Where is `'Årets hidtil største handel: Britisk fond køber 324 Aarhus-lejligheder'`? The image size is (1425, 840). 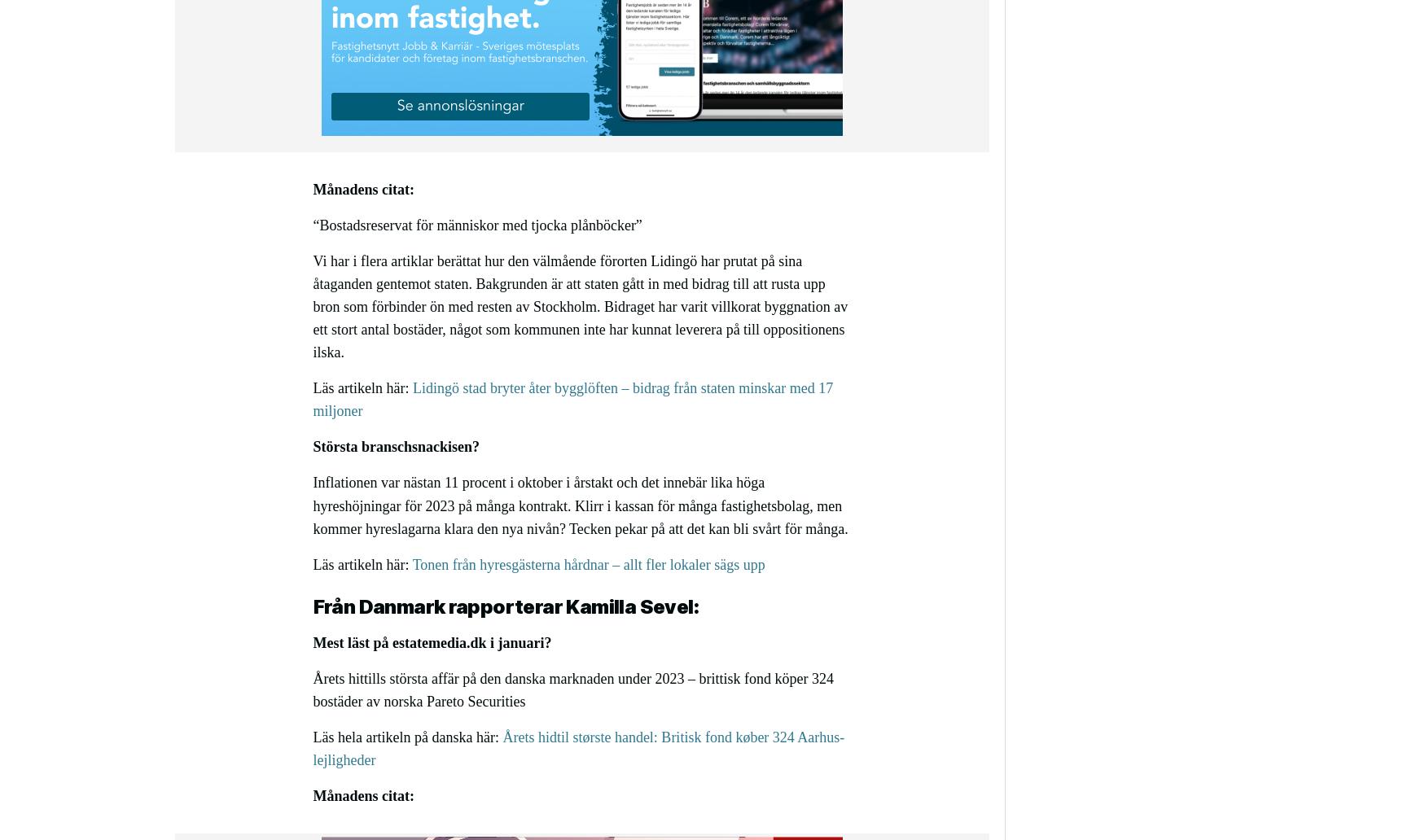
'Årets hidtil største handel: Britisk fond køber 324 Aarhus-lejligheder' is located at coordinates (578, 748).